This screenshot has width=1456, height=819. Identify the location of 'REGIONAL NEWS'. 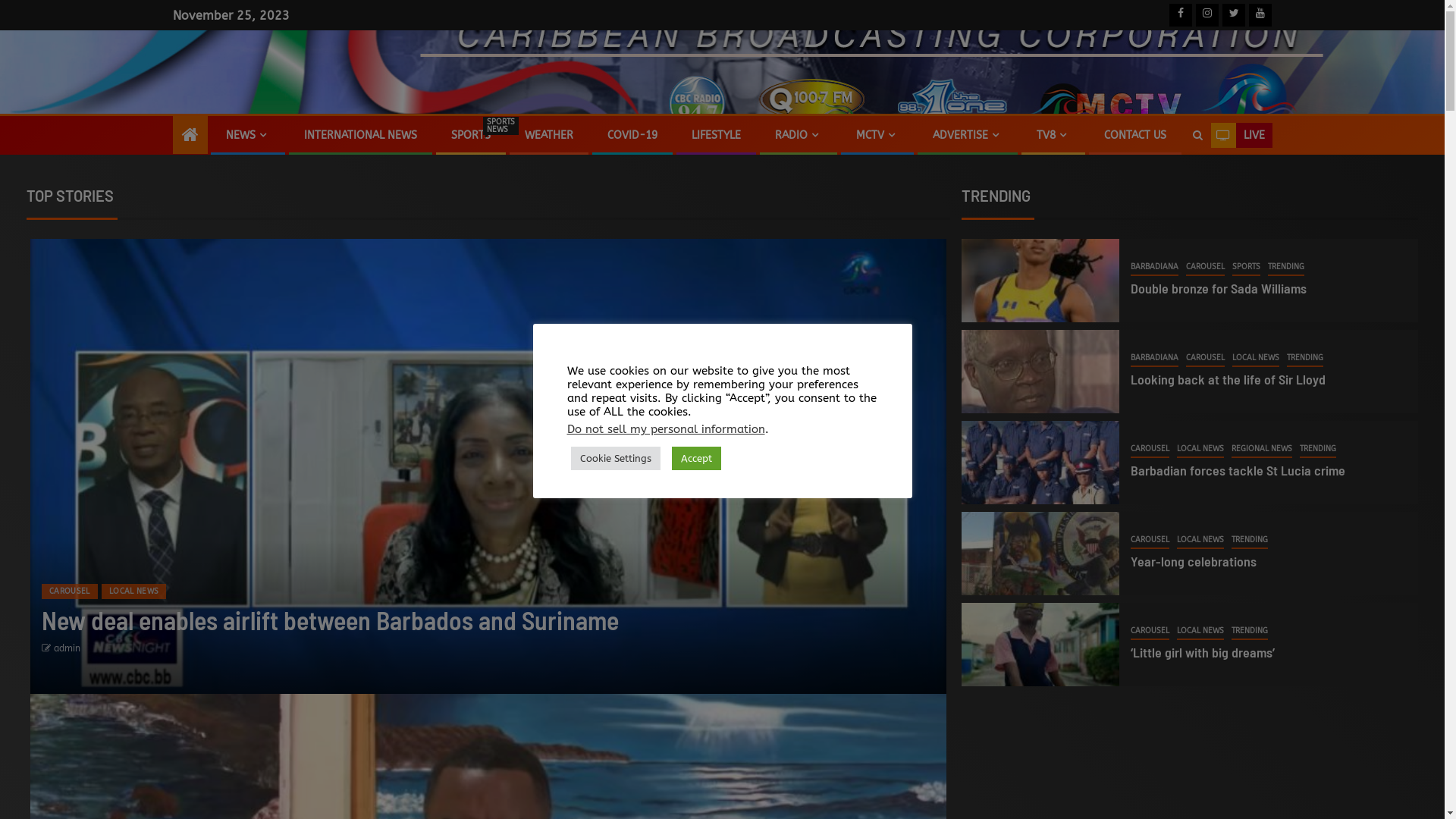
(1262, 449).